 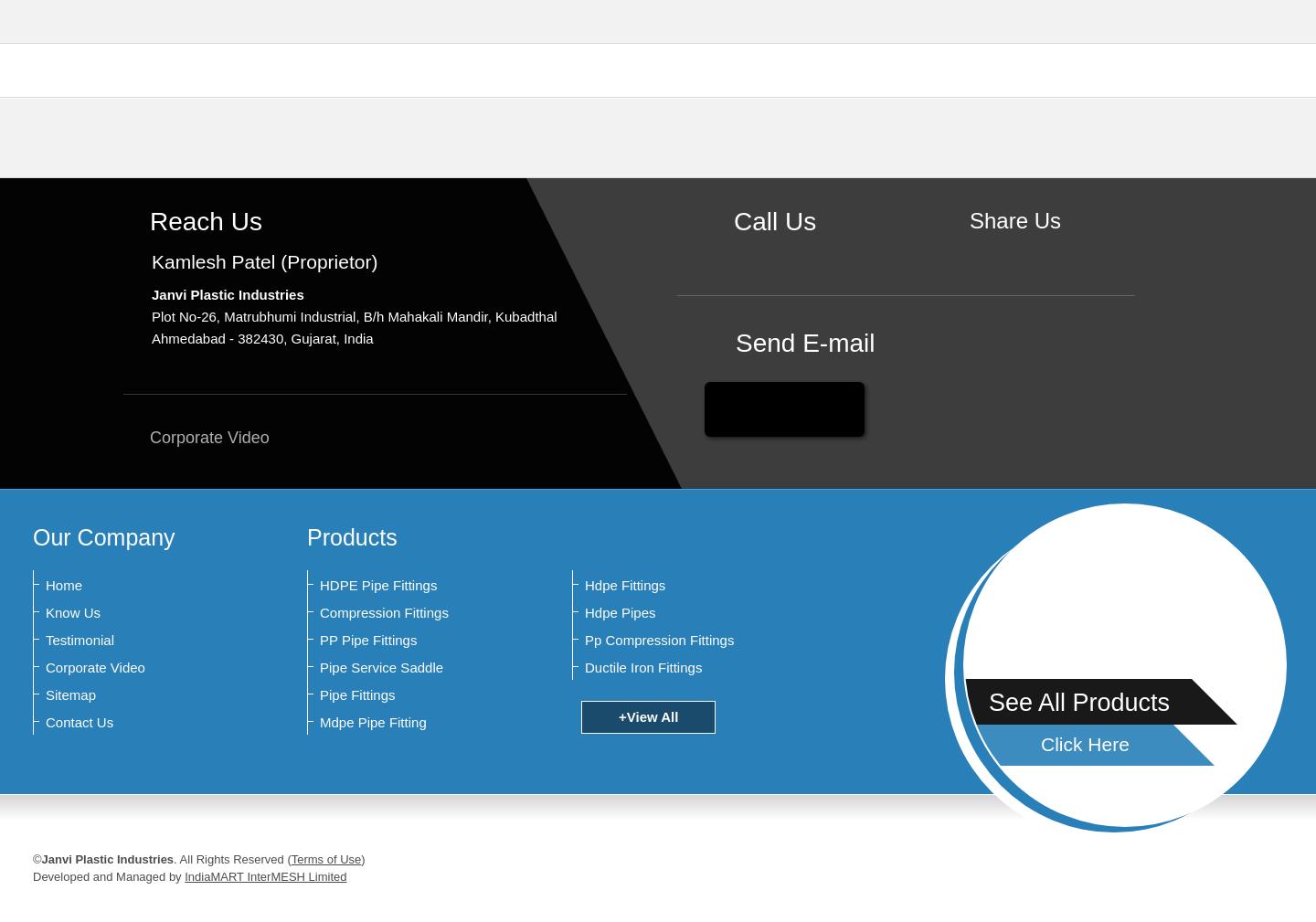 I want to click on 'Pipe Fittings', so click(x=356, y=694).